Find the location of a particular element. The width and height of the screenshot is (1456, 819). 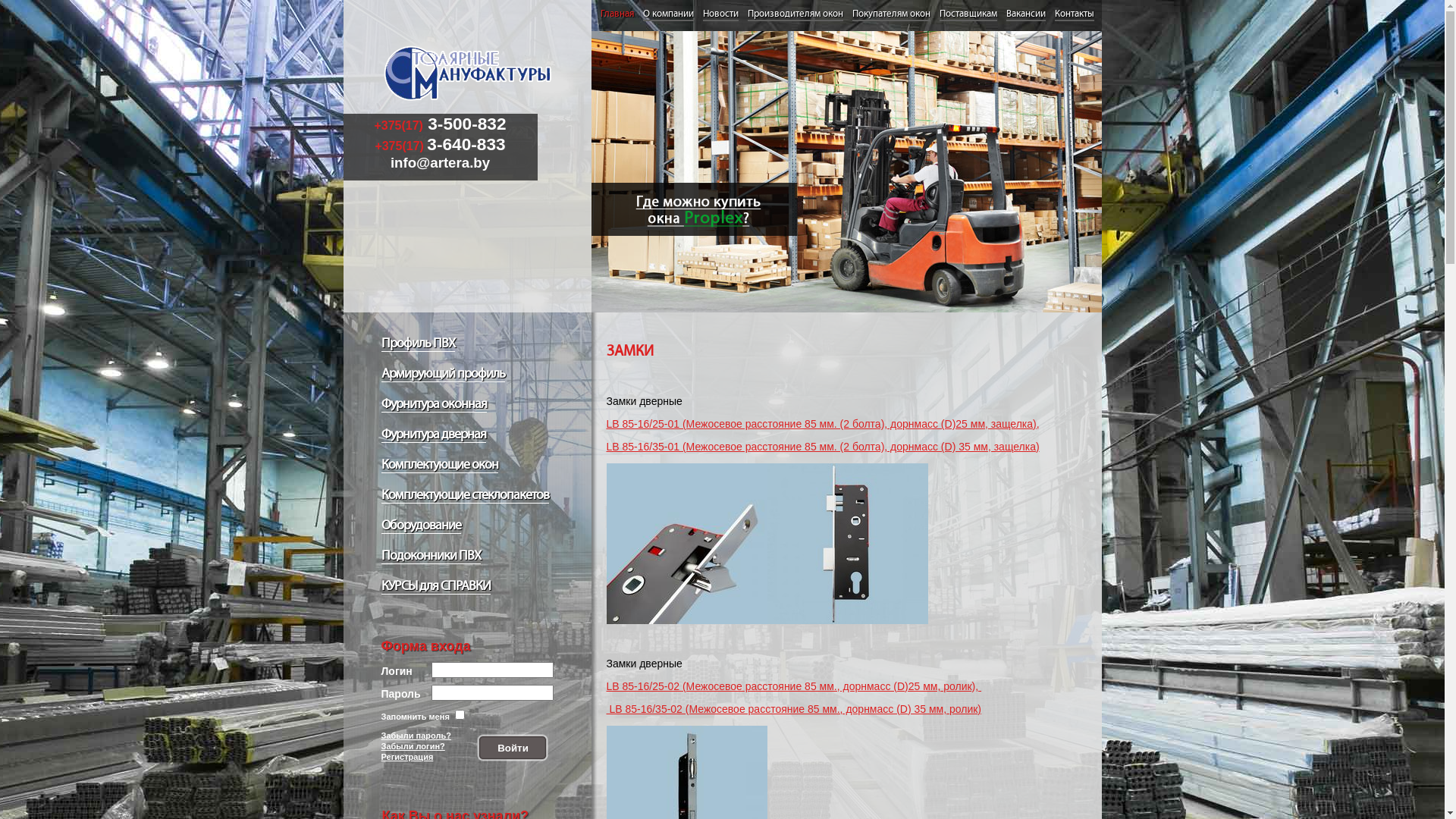

'info@artera.by' is located at coordinates (390, 162).